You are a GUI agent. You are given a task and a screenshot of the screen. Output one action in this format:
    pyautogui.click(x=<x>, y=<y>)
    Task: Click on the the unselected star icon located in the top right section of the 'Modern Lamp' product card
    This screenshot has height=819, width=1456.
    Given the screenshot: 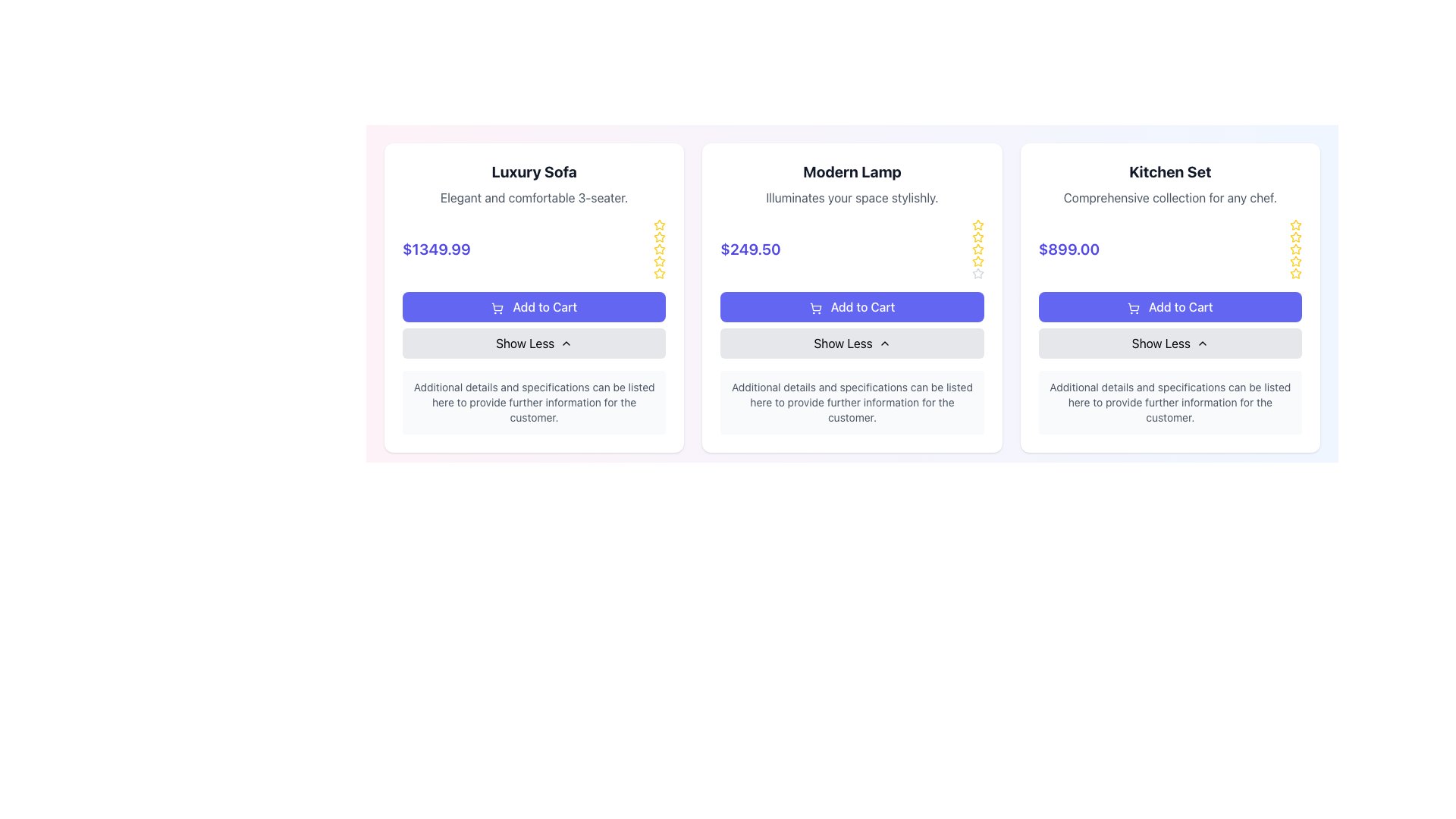 What is the action you would take?
    pyautogui.click(x=977, y=274)
    